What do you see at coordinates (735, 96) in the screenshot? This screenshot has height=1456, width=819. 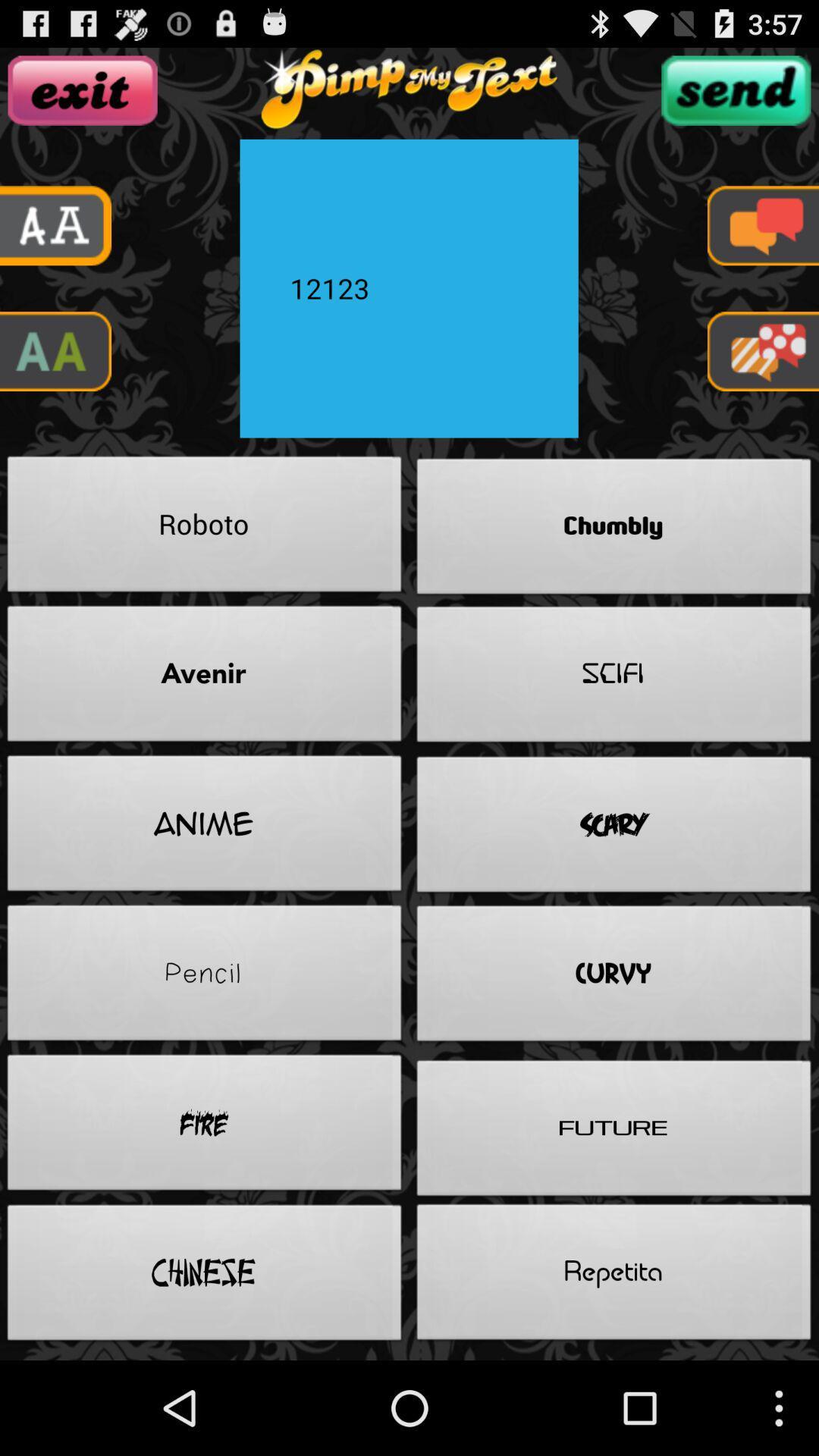 I see `the sliders icon` at bounding box center [735, 96].